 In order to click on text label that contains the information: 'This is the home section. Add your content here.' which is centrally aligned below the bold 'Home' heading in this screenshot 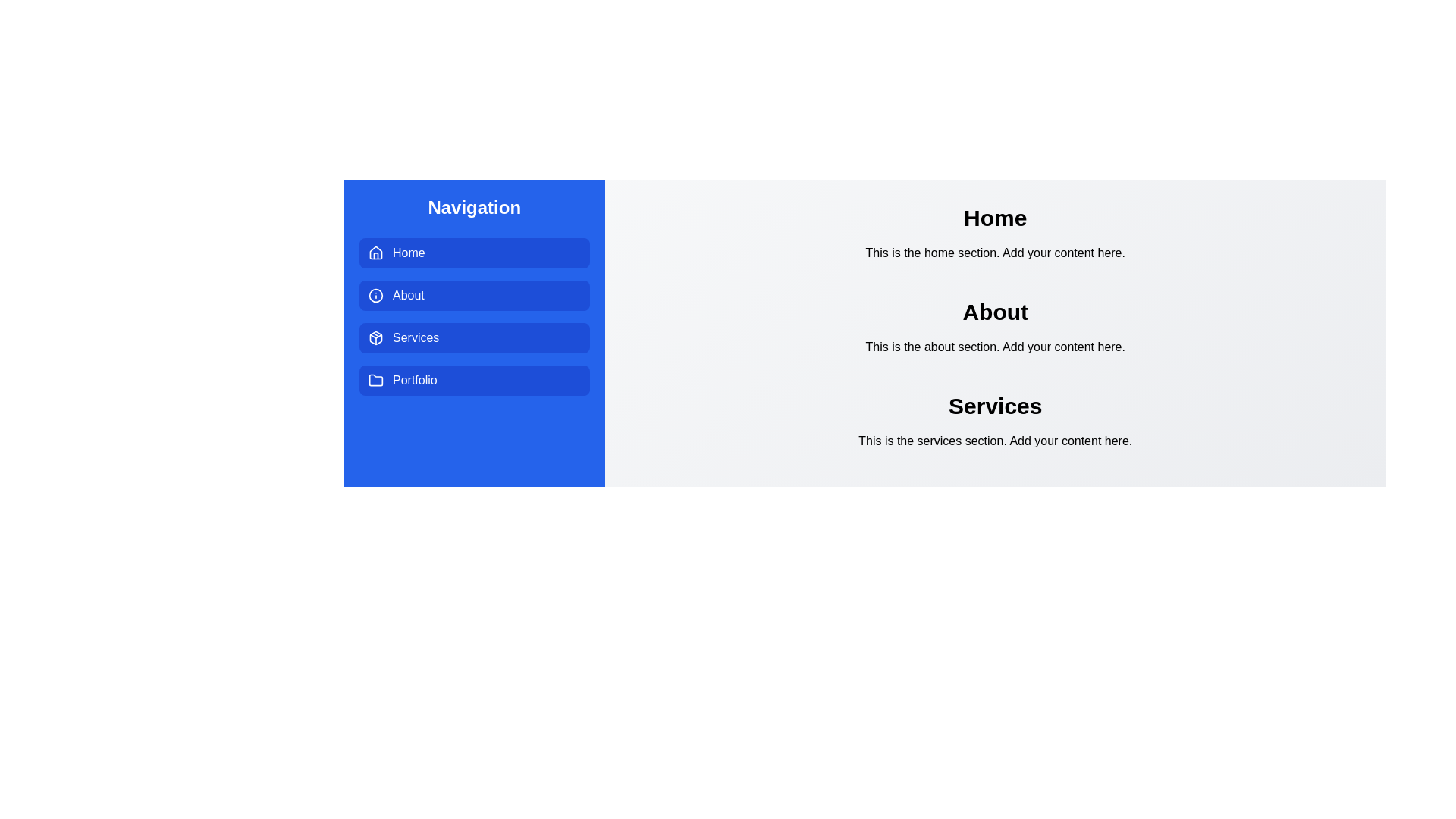, I will do `click(995, 253)`.